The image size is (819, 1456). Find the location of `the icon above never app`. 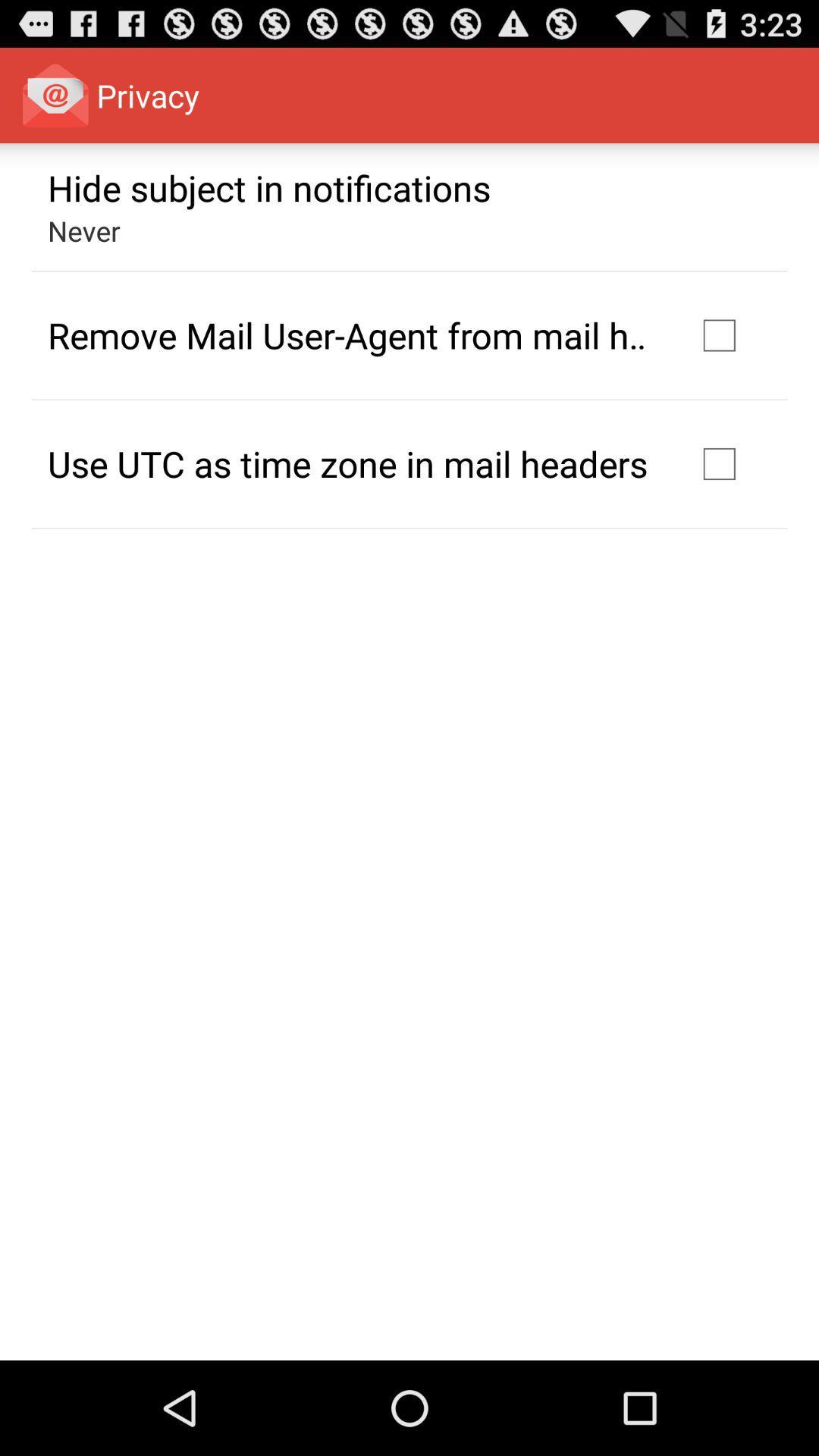

the icon above never app is located at coordinates (268, 187).